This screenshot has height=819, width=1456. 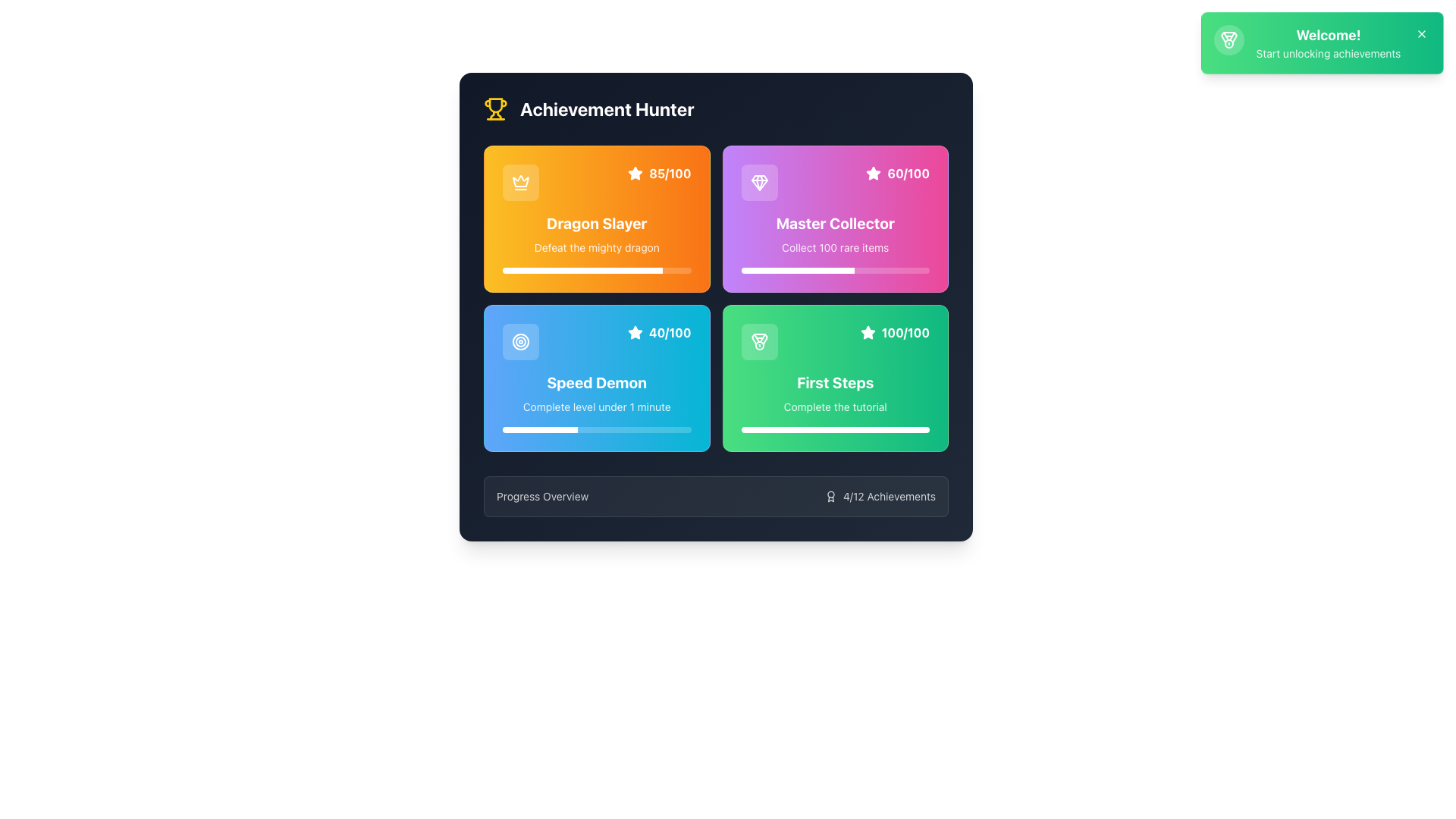 What do you see at coordinates (596, 247) in the screenshot?
I see `text component displaying 'Defeat the mighty dragon' located within the top-left orange card of the grid, just below the title 'Dragon Slayer'` at bounding box center [596, 247].